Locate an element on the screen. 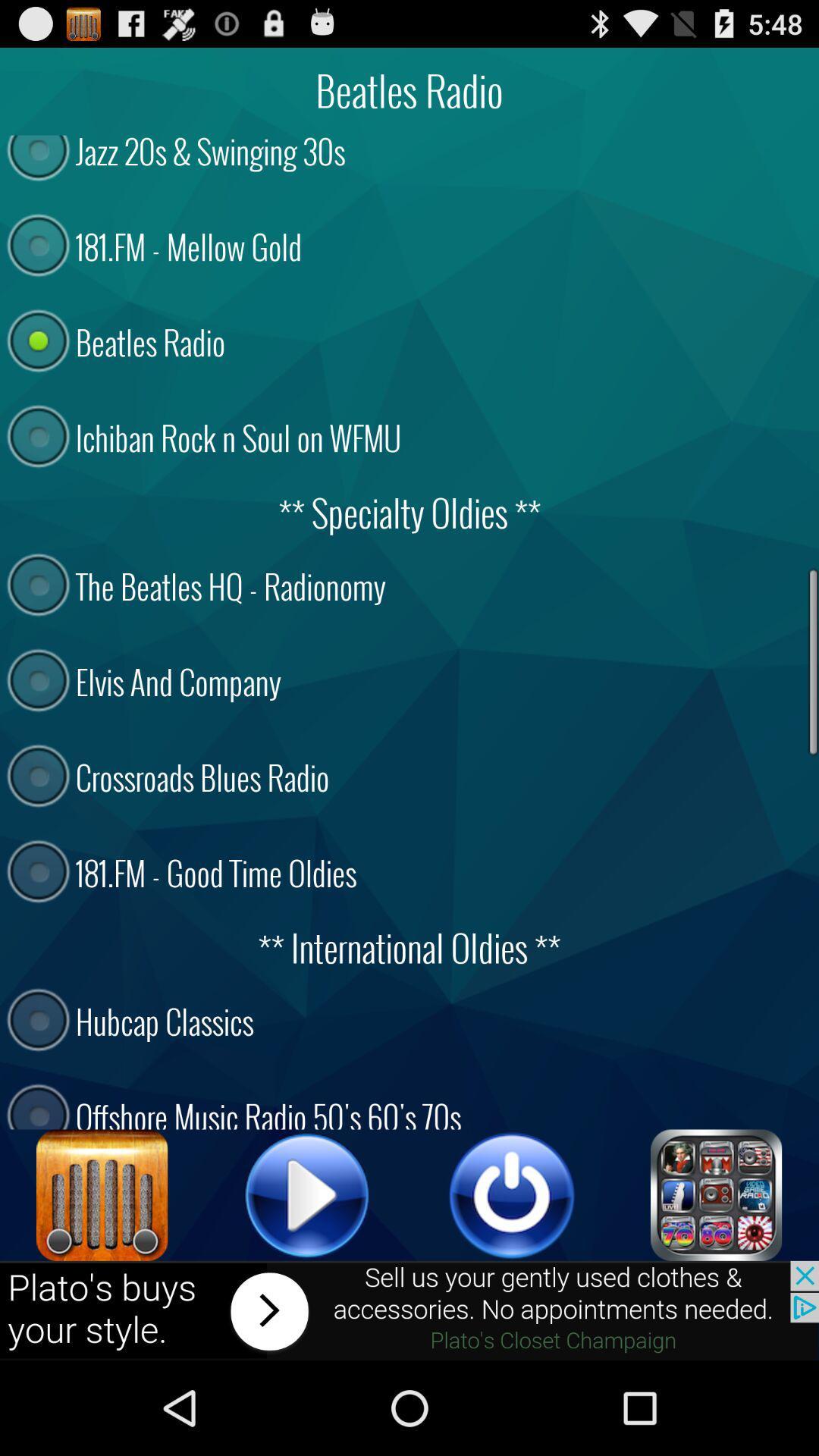  play is located at coordinates (307, 1194).